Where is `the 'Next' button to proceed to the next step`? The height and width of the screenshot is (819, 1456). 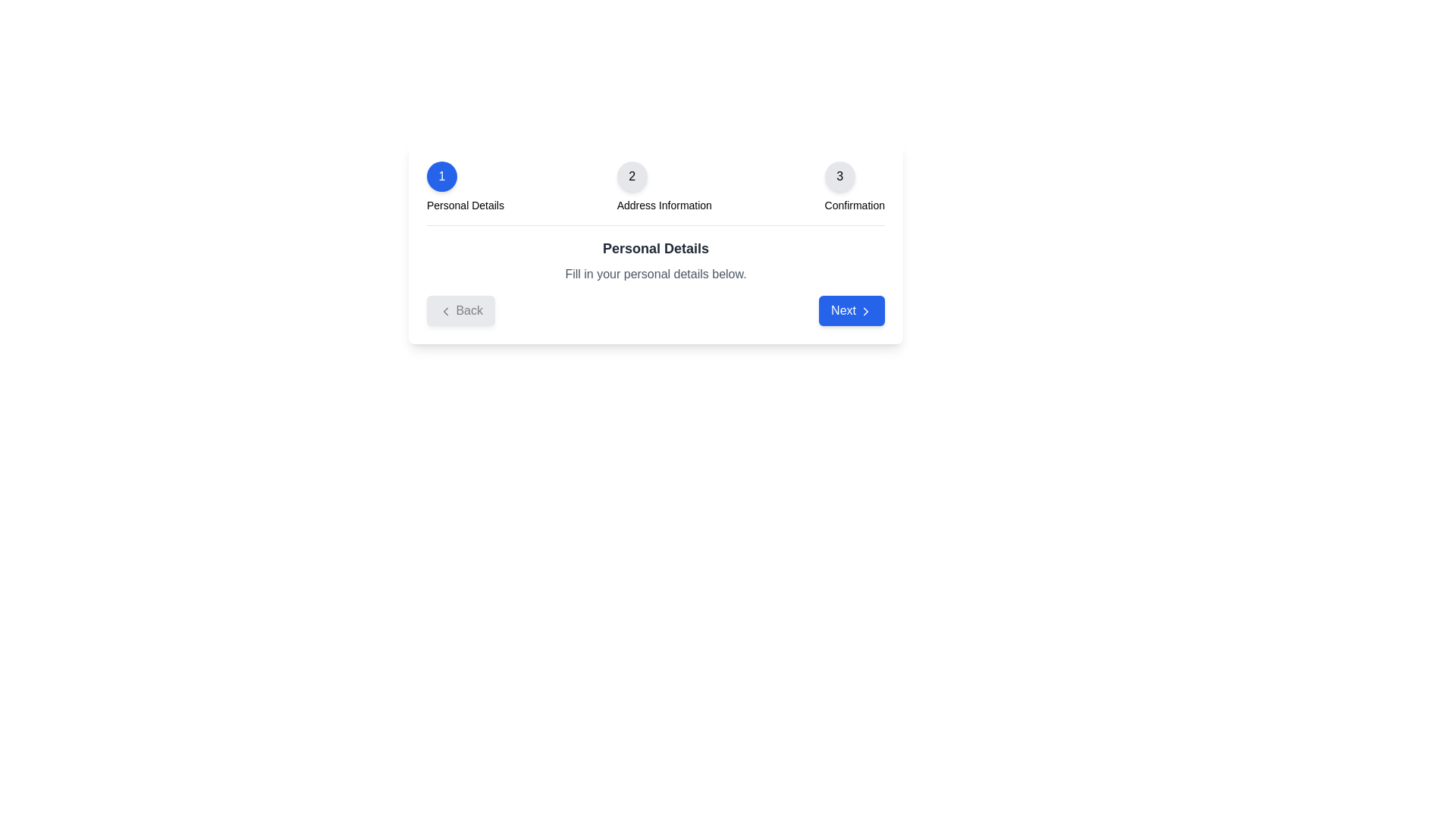
the 'Next' button to proceed to the next step is located at coordinates (852, 309).